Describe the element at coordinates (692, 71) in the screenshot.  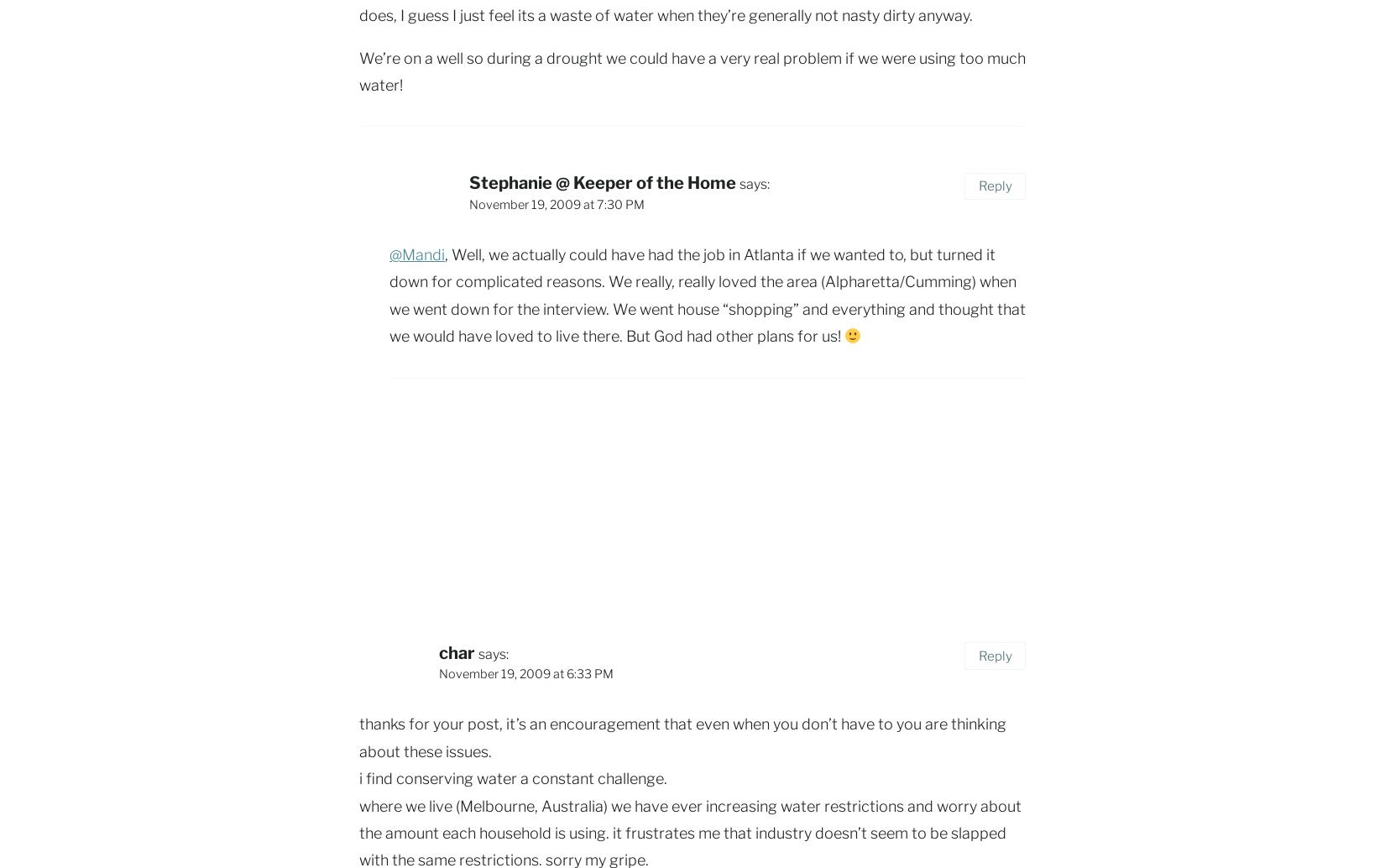
I see `'We’re on a well so during a drought we could have a very real problem if we were using too much water!'` at that location.